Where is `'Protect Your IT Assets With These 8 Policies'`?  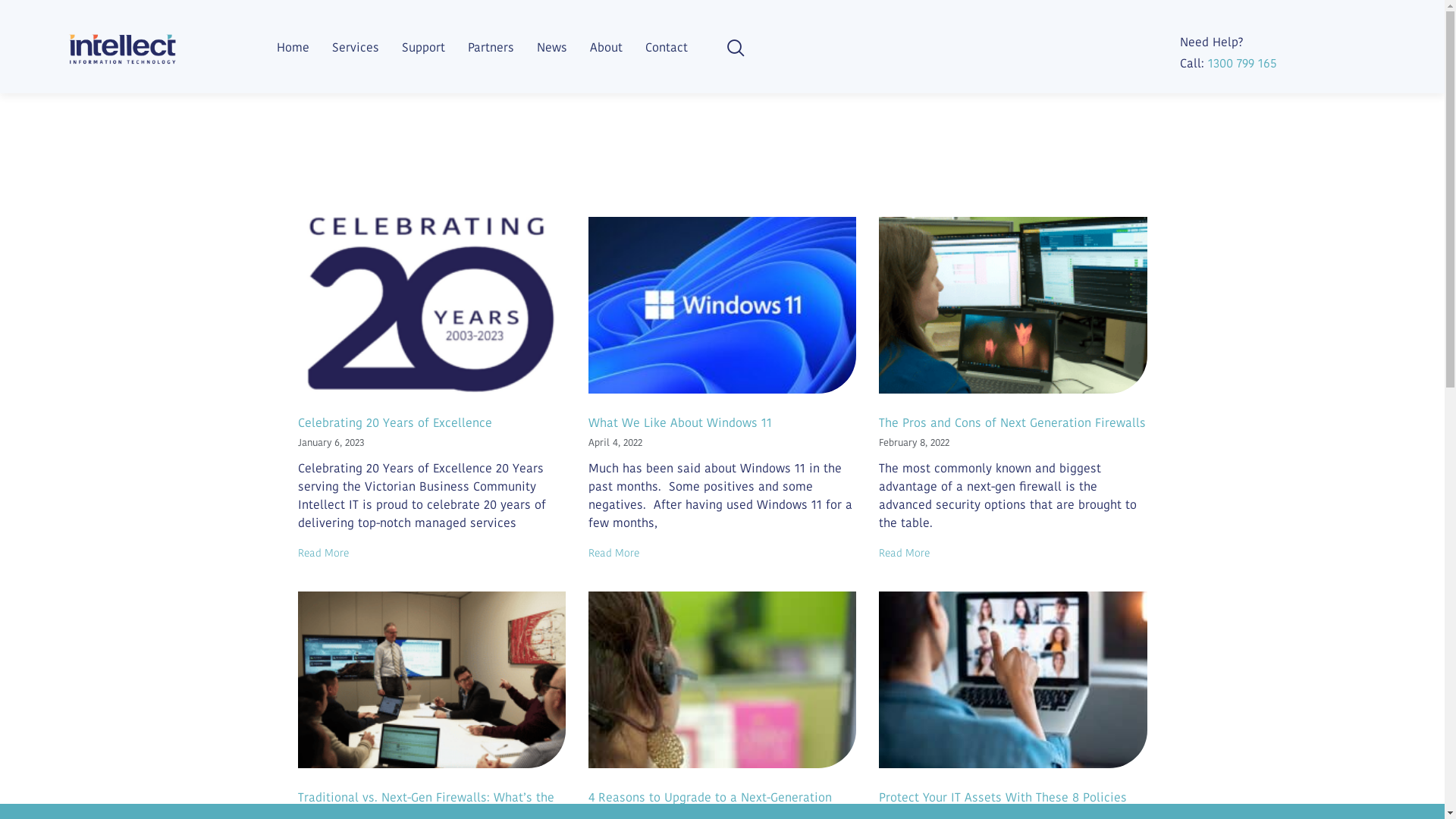 'Protect Your IT Assets With These 8 Policies' is located at coordinates (1003, 796).